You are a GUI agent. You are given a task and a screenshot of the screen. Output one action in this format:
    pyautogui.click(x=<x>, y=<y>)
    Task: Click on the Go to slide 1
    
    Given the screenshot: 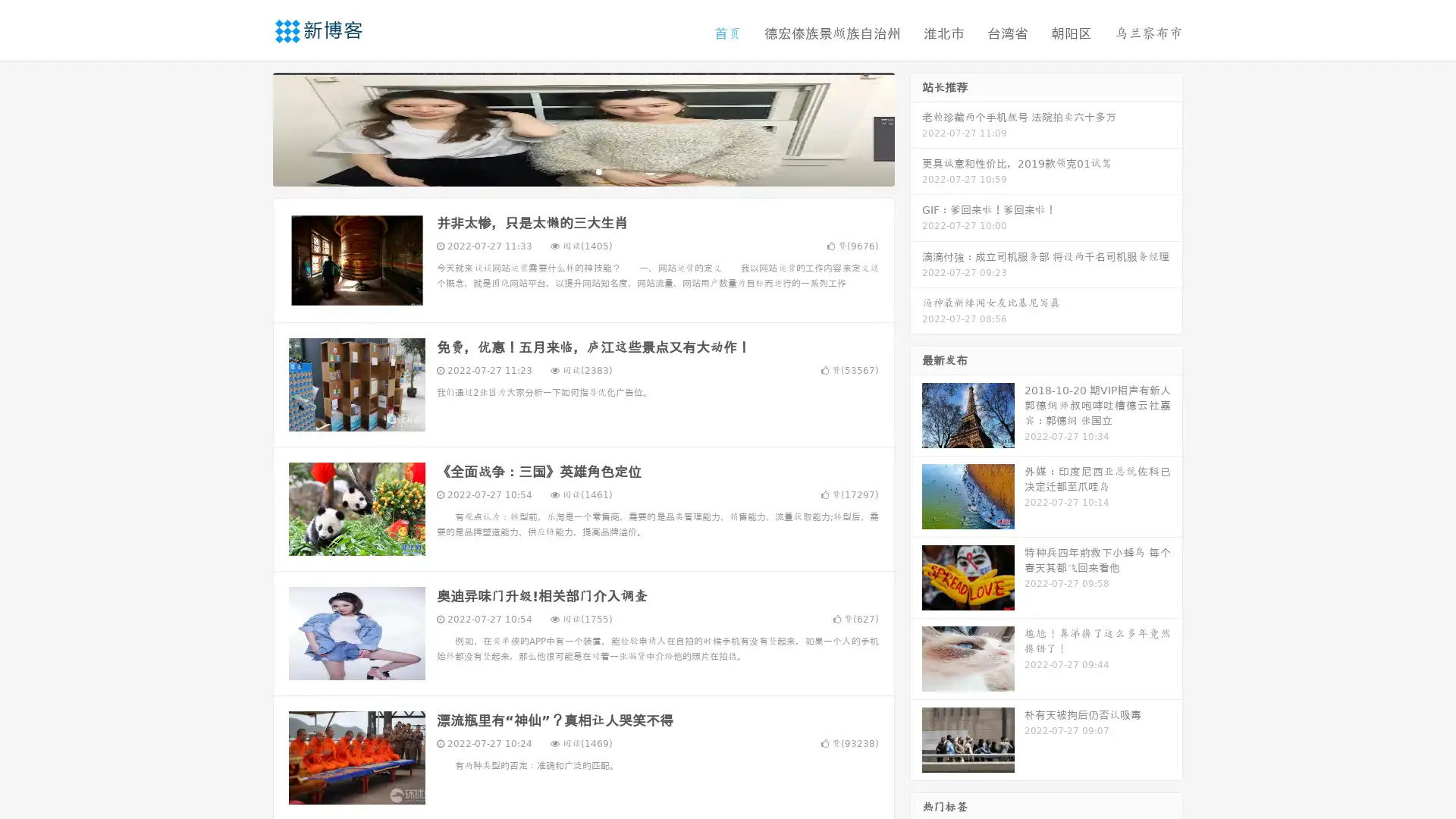 What is the action you would take?
    pyautogui.click(x=567, y=171)
    